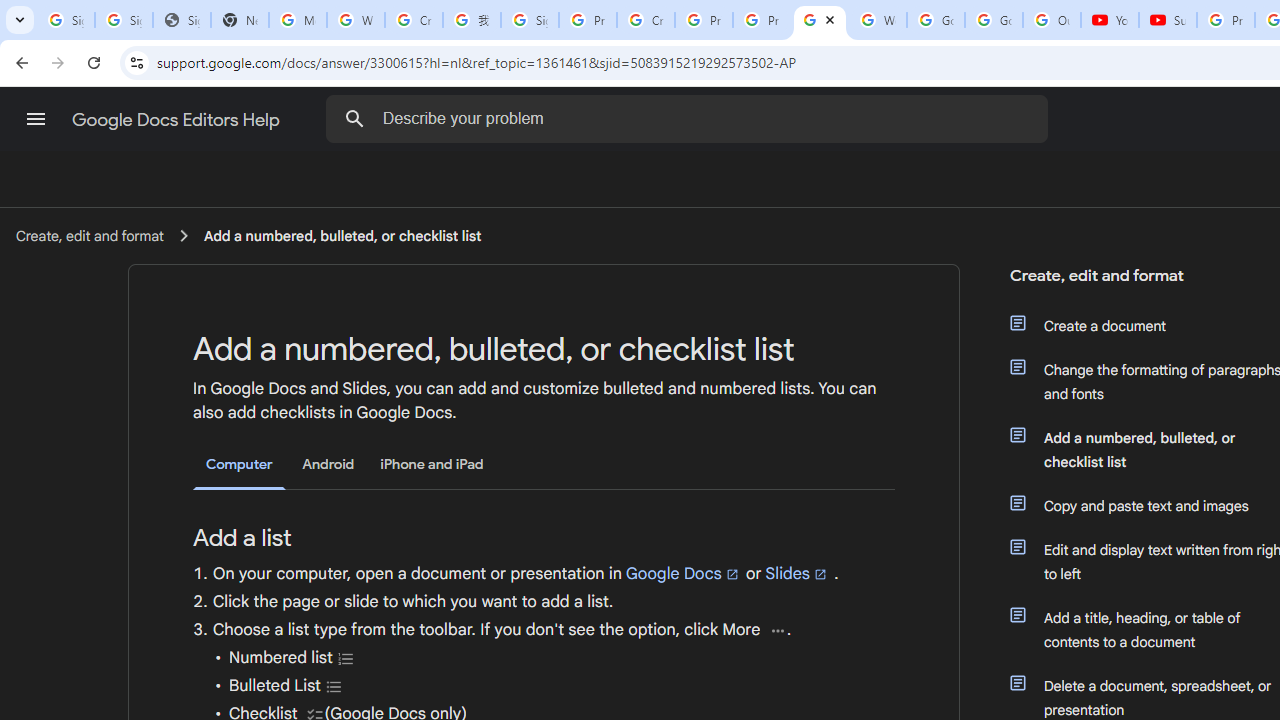  I want to click on 'Search tabs', so click(20, 20).